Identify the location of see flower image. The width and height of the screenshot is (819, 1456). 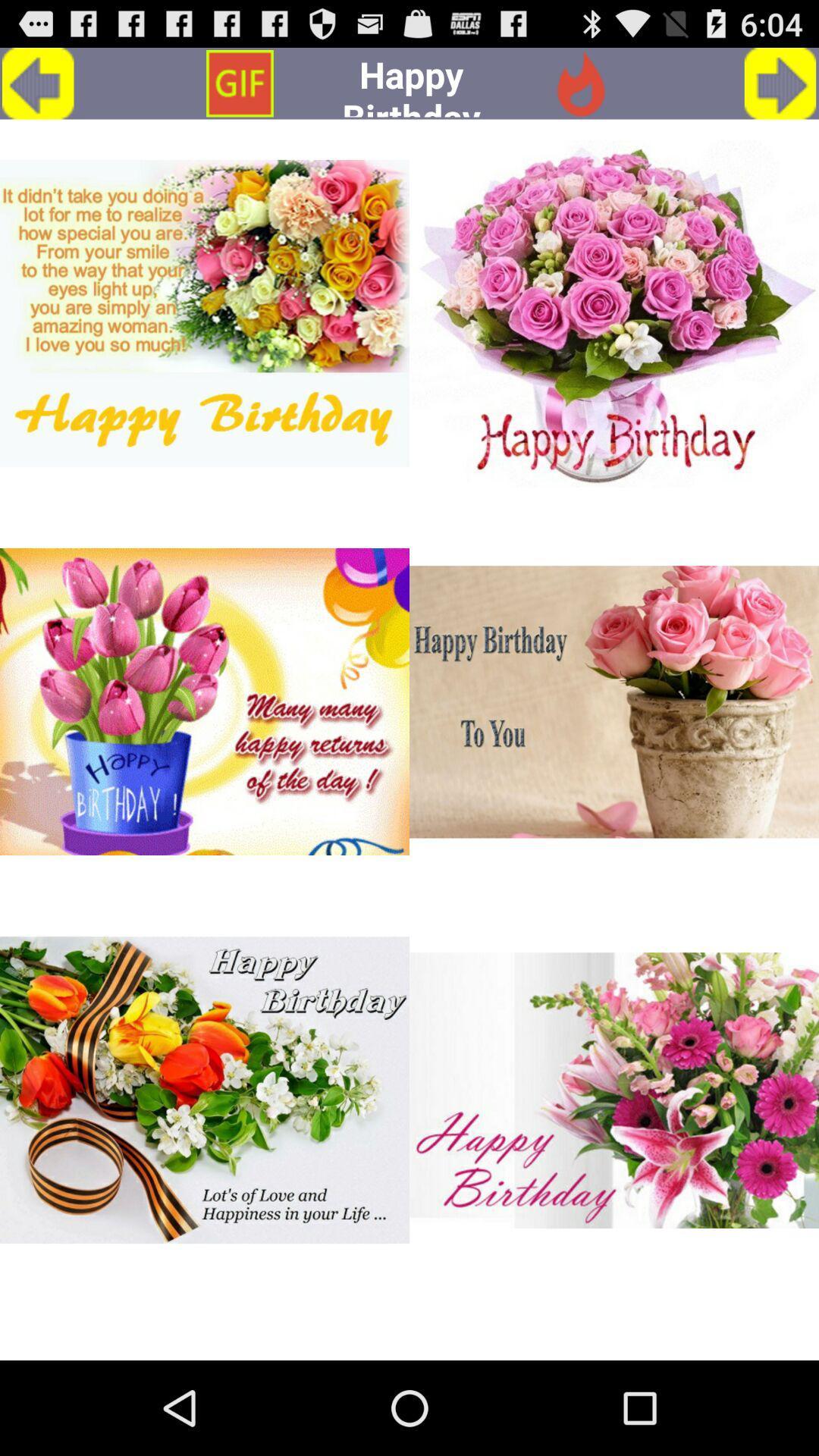
(614, 312).